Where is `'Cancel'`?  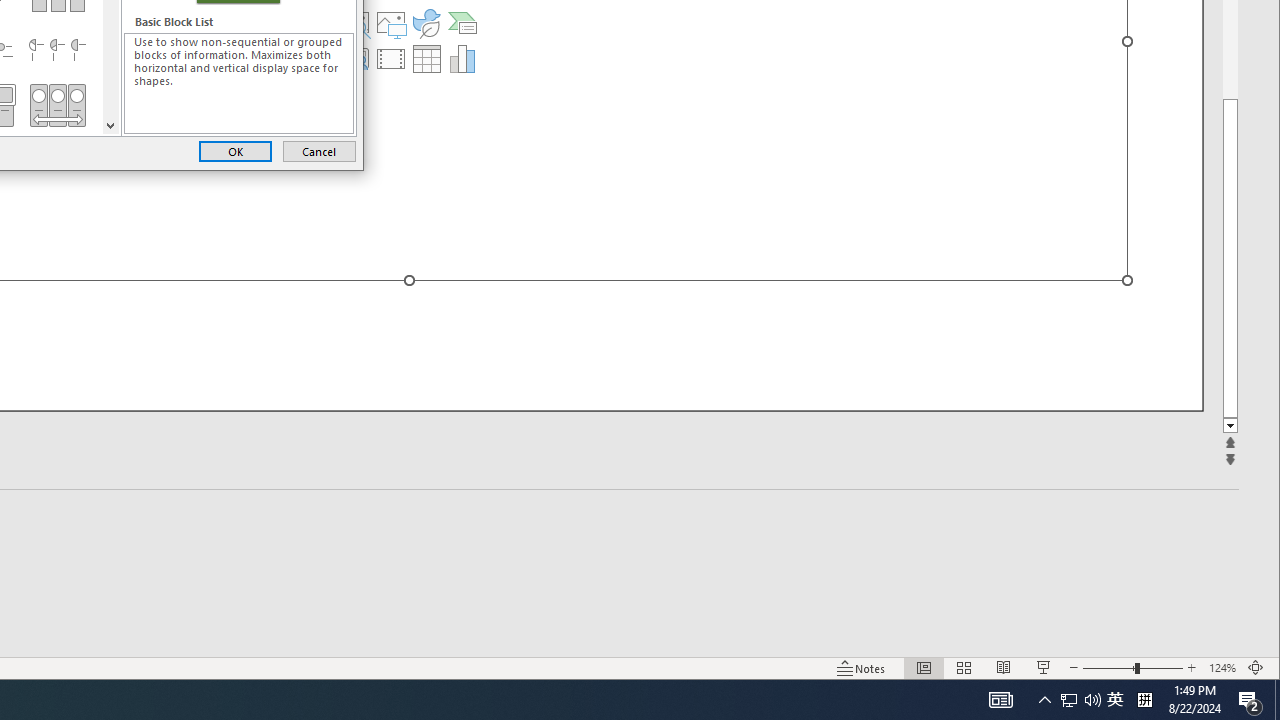 'Cancel' is located at coordinates (318, 150).